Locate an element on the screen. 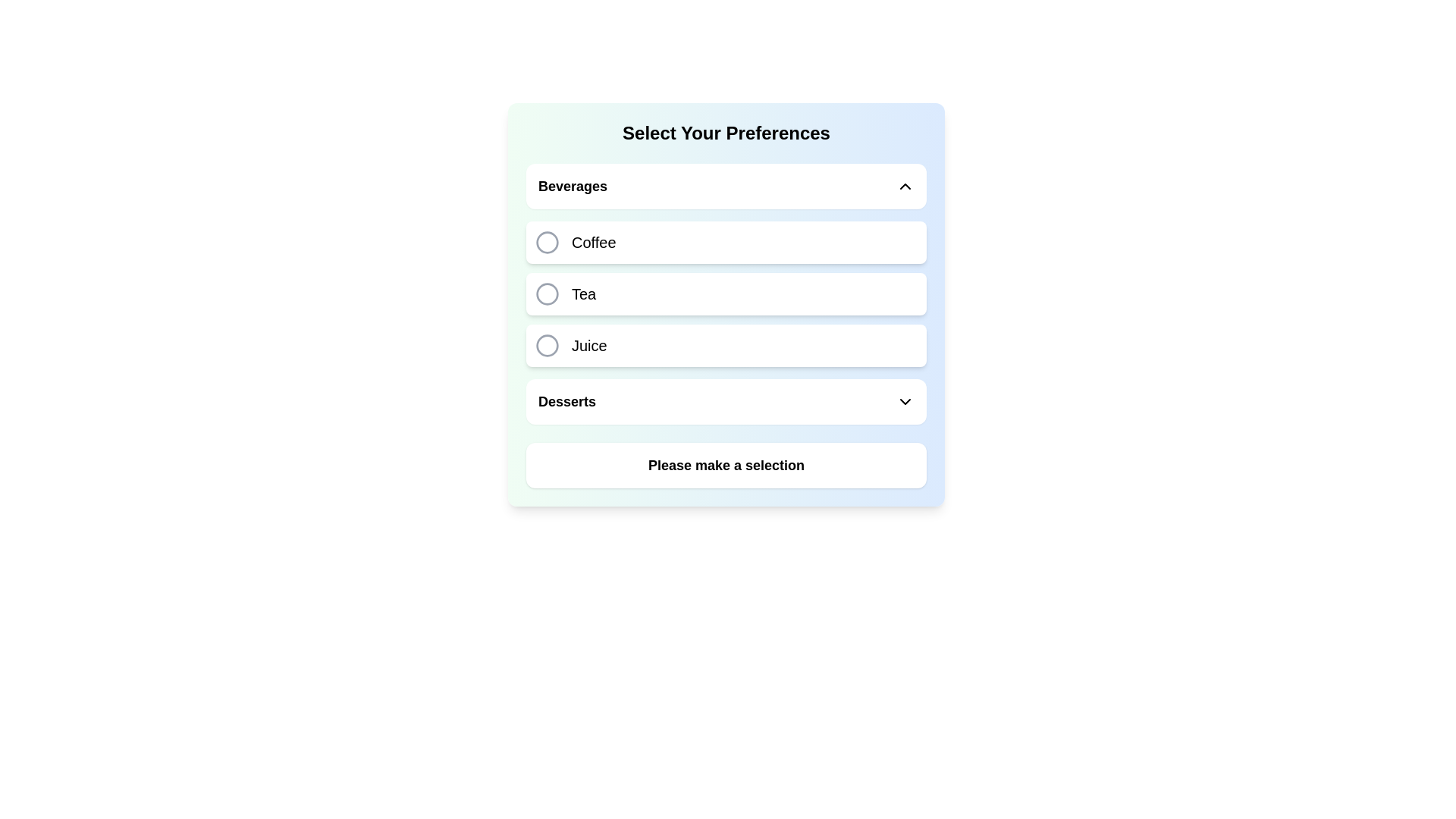 This screenshot has height=819, width=1456. the radio button to the left of the 'Juice' label in the 'Beverages' group is located at coordinates (546, 345).